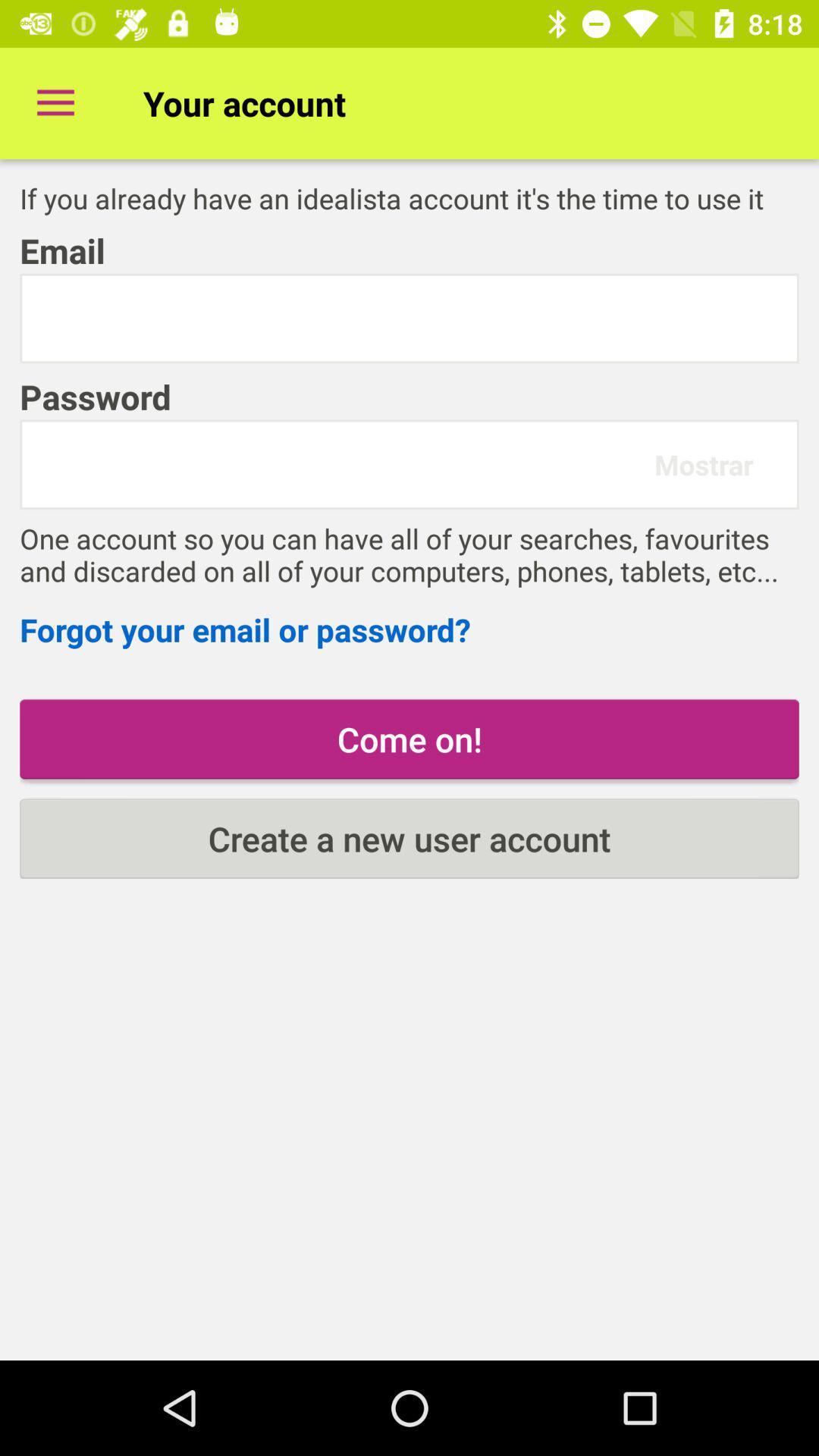  What do you see at coordinates (704, 463) in the screenshot?
I see `the item above one account so icon` at bounding box center [704, 463].